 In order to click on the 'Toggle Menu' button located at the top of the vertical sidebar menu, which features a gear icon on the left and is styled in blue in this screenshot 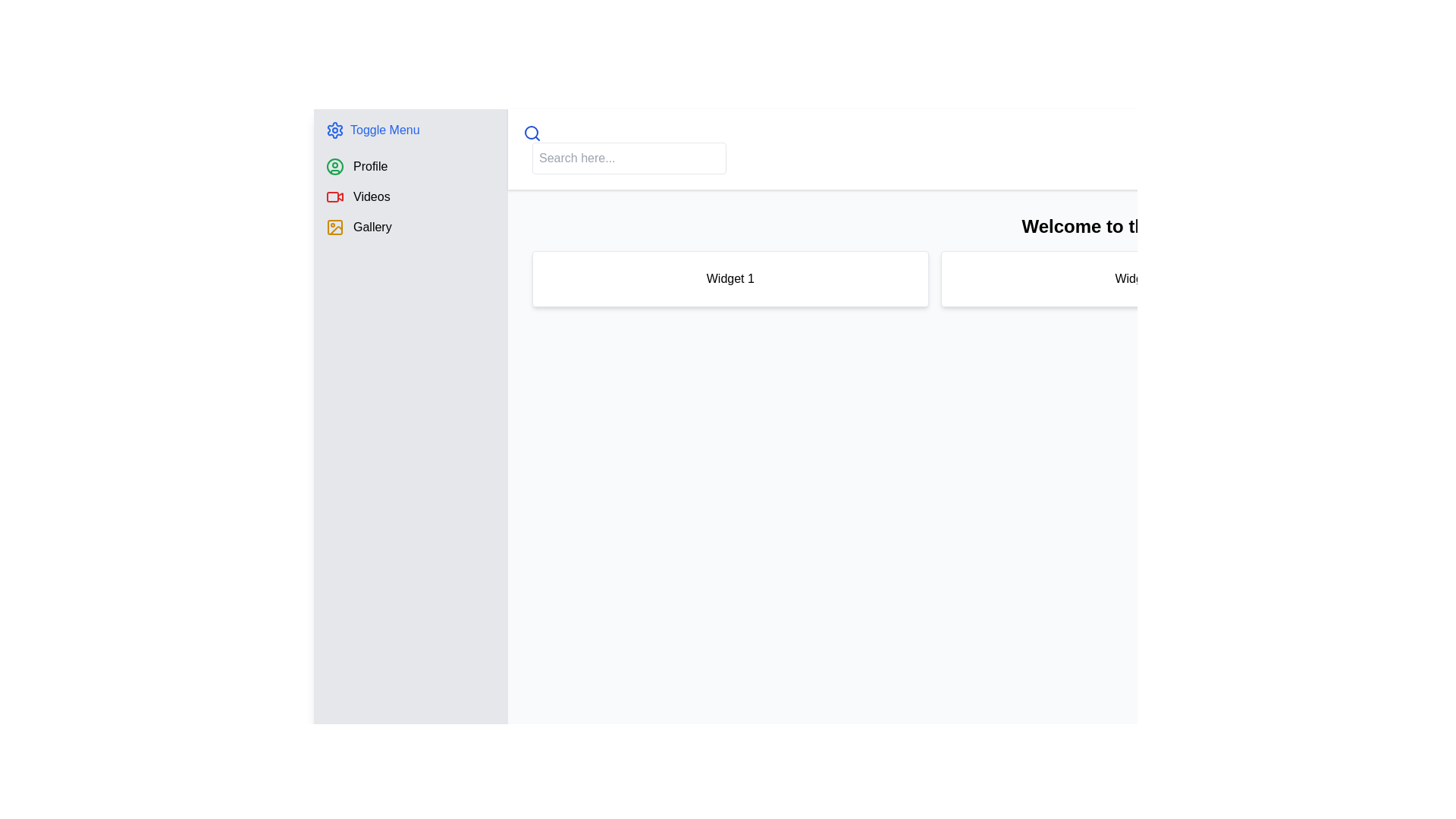, I will do `click(372, 130)`.